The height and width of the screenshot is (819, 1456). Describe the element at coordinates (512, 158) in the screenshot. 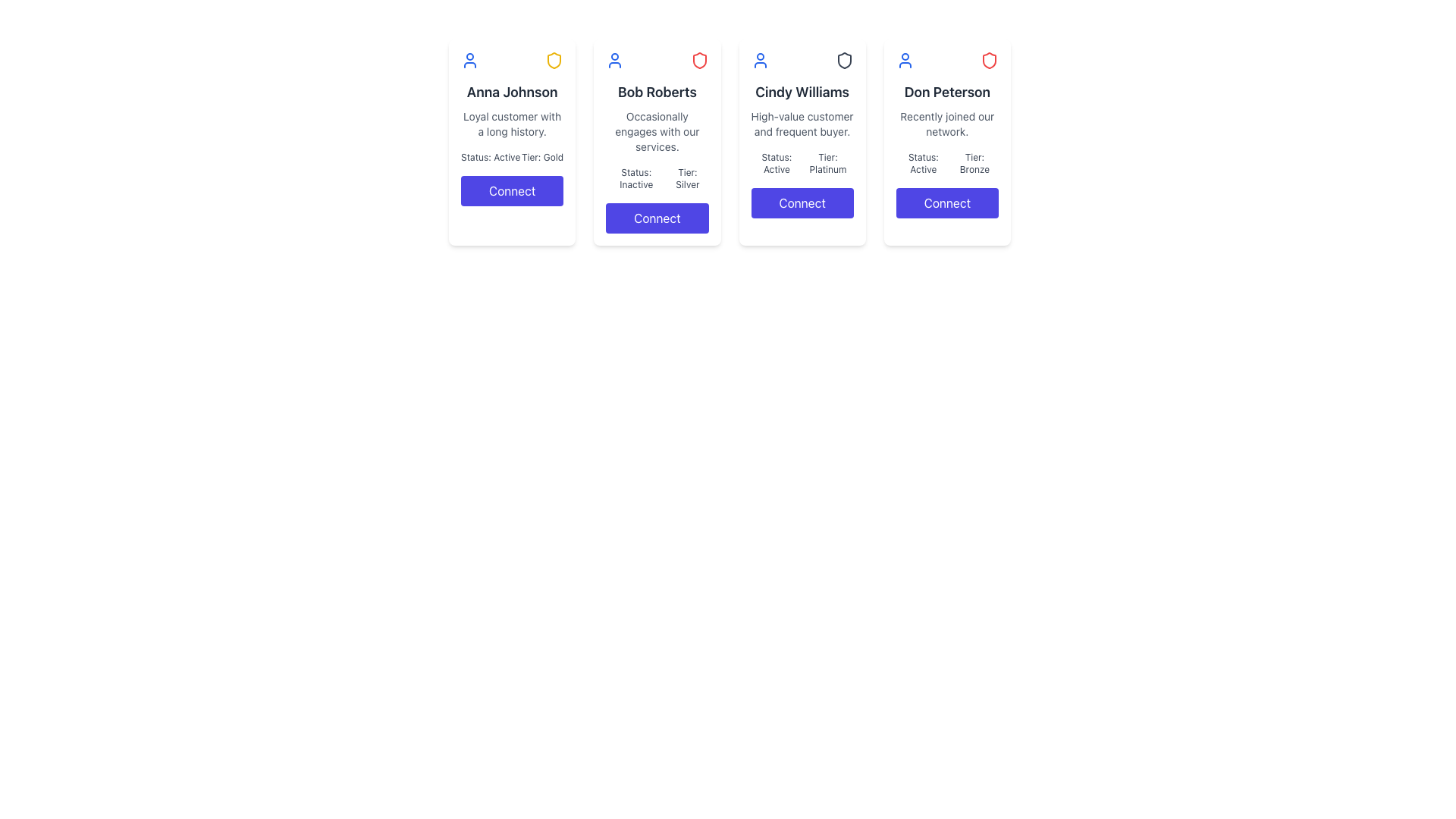

I see `the text display block showing 'Status: Active Tier: Gold' located in Anna Johnson's information card, positioned above the 'Connect' button` at that location.